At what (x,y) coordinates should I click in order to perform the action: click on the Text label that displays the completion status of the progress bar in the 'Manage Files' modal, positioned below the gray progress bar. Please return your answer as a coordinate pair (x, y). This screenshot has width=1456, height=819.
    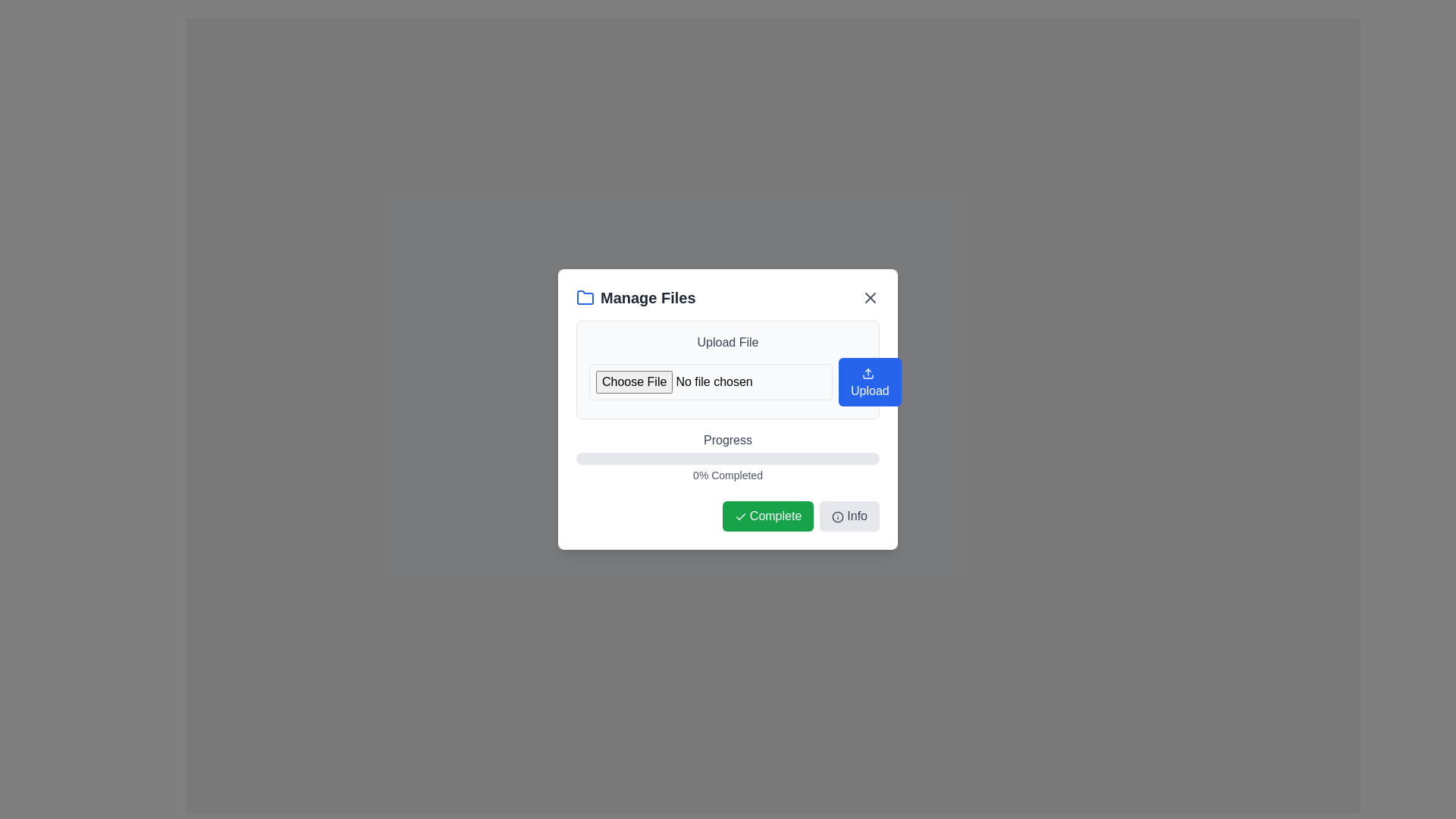
    Looking at the image, I should click on (728, 475).